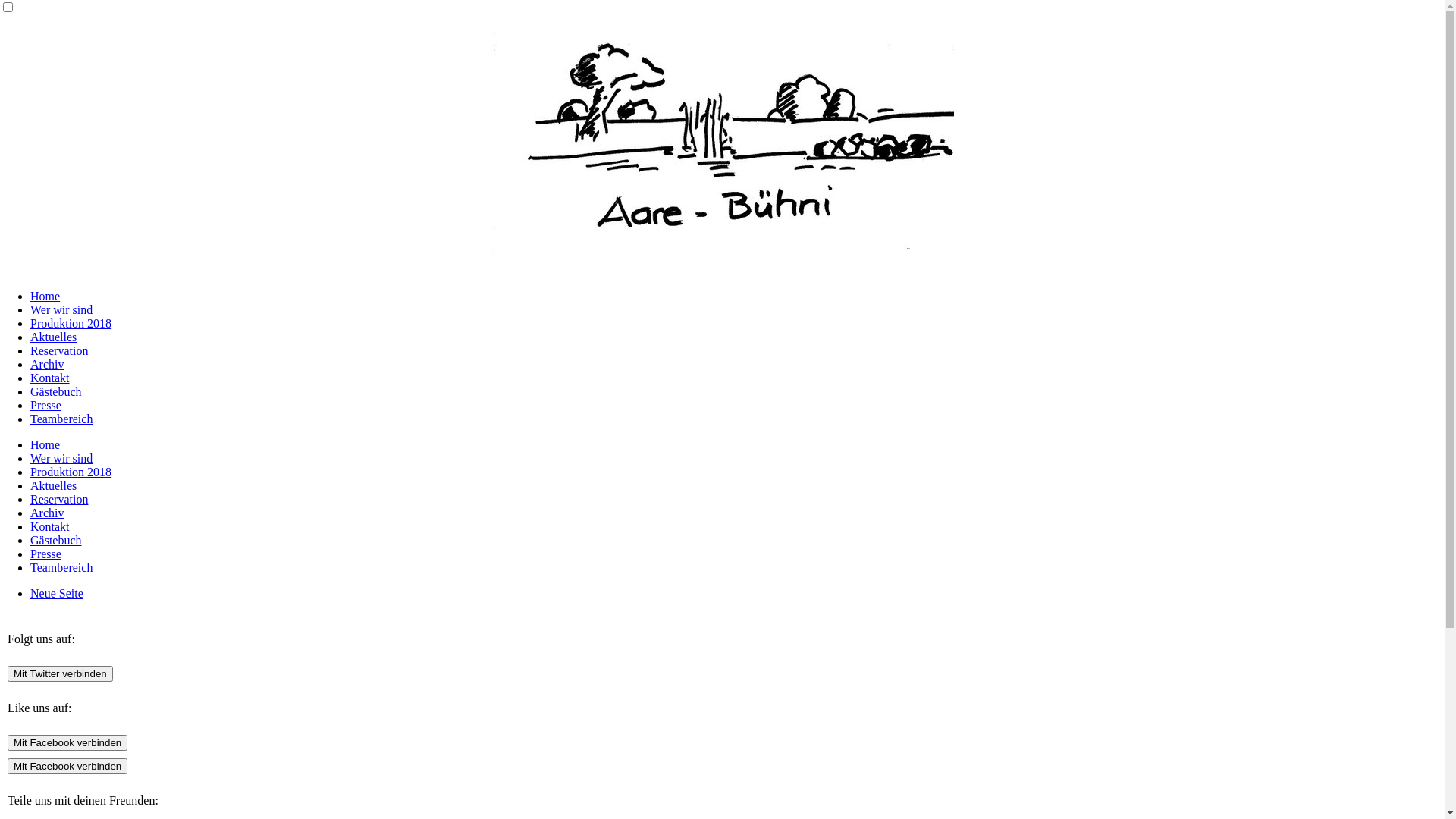  What do you see at coordinates (58, 350) in the screenshot?
I see `'Reservation'` at bounding box center [58, 350].